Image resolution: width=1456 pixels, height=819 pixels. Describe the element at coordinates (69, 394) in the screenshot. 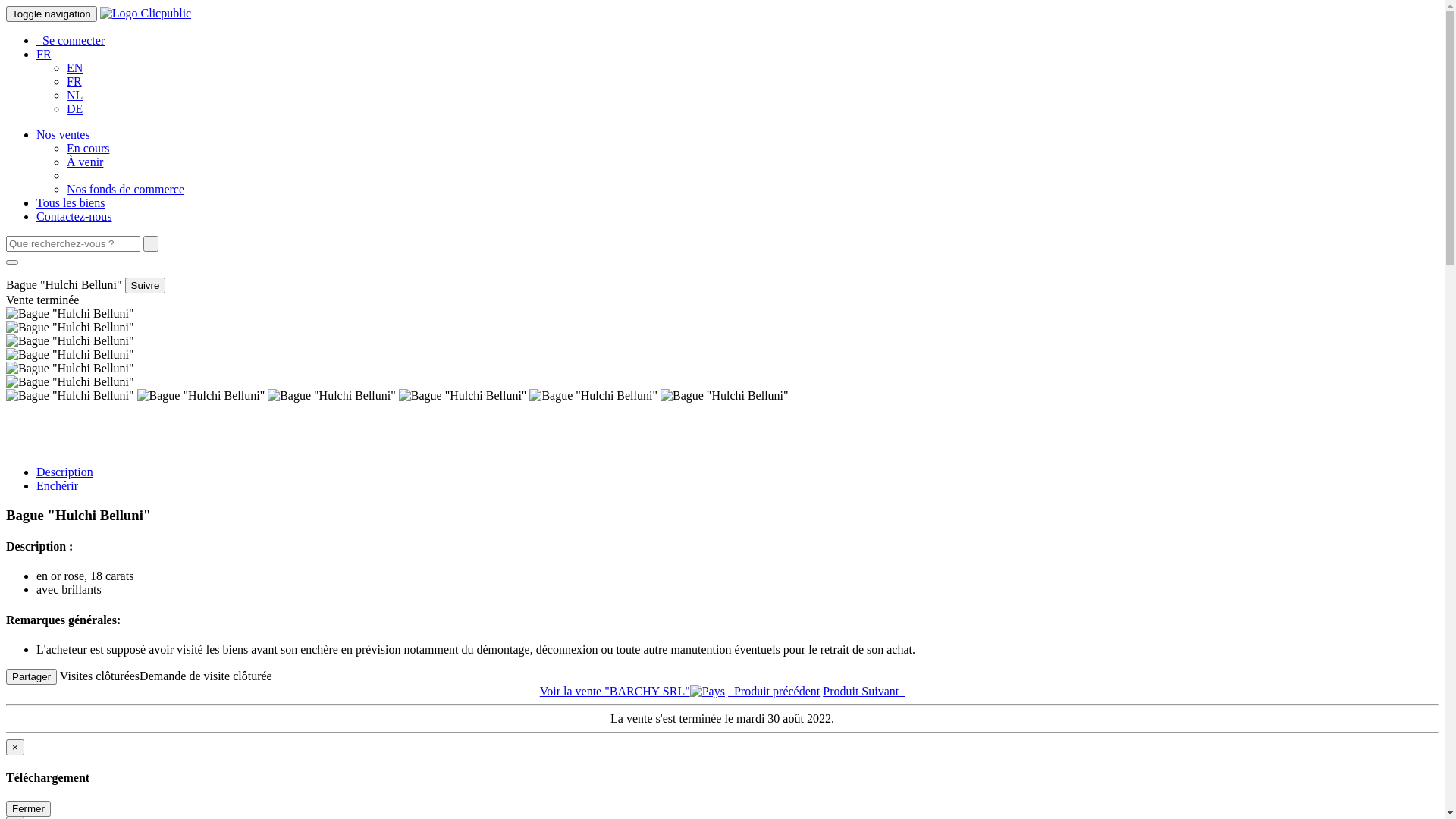

I see `'Bague "Hulchi Belluni"'` at that location.